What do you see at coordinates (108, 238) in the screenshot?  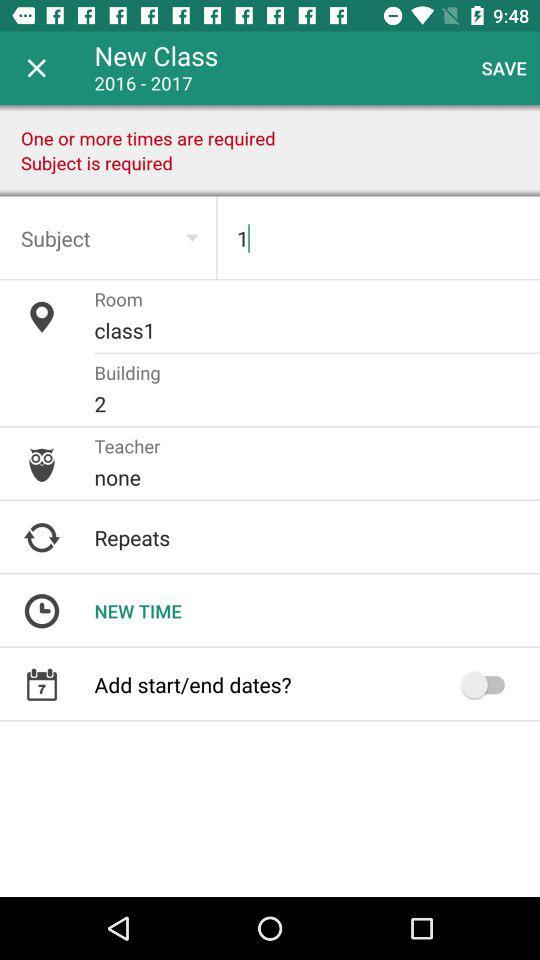 I see `subject` at bounding box center [108, 238].